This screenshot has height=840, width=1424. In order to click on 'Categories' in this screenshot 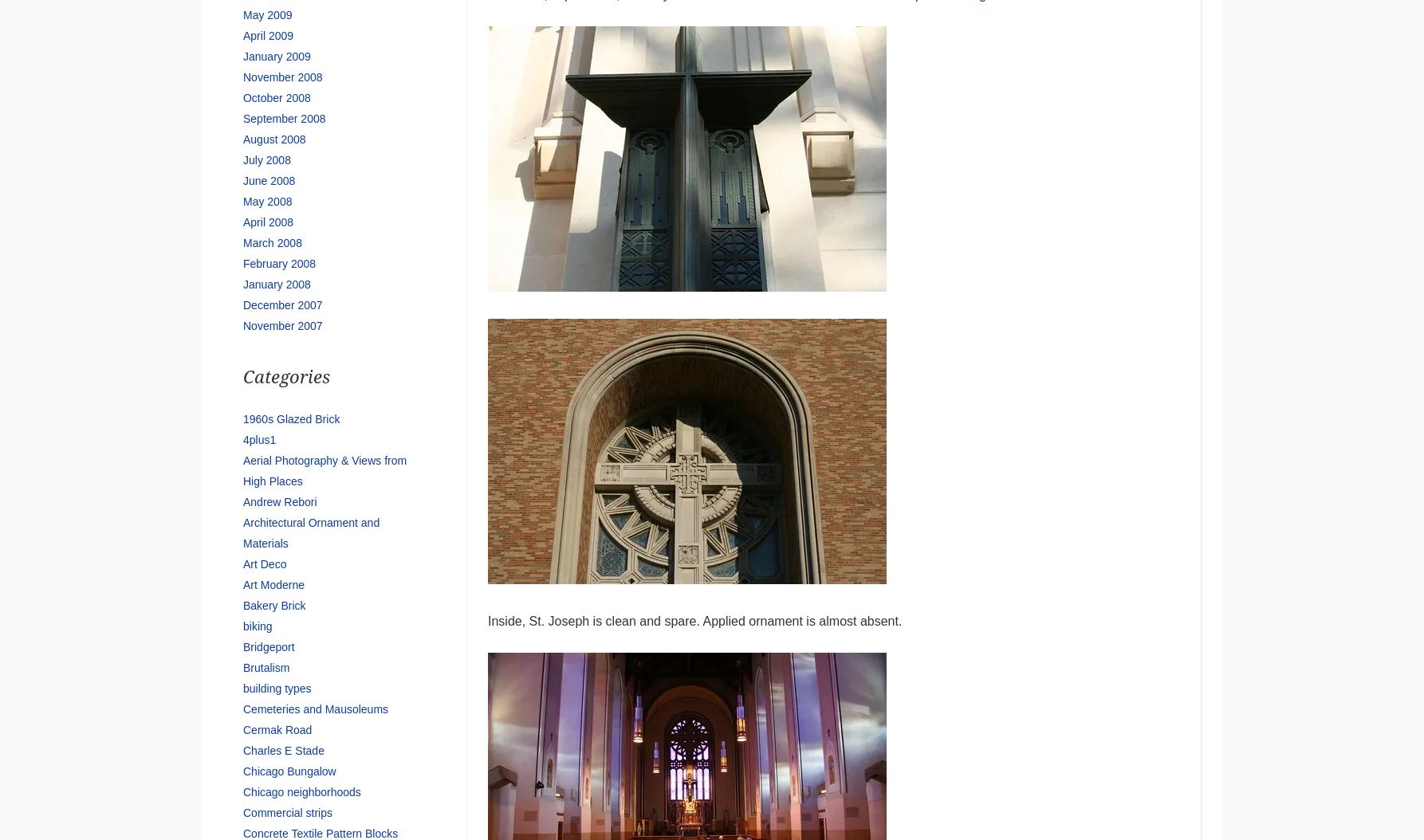, I will do `click(242, 376)`.